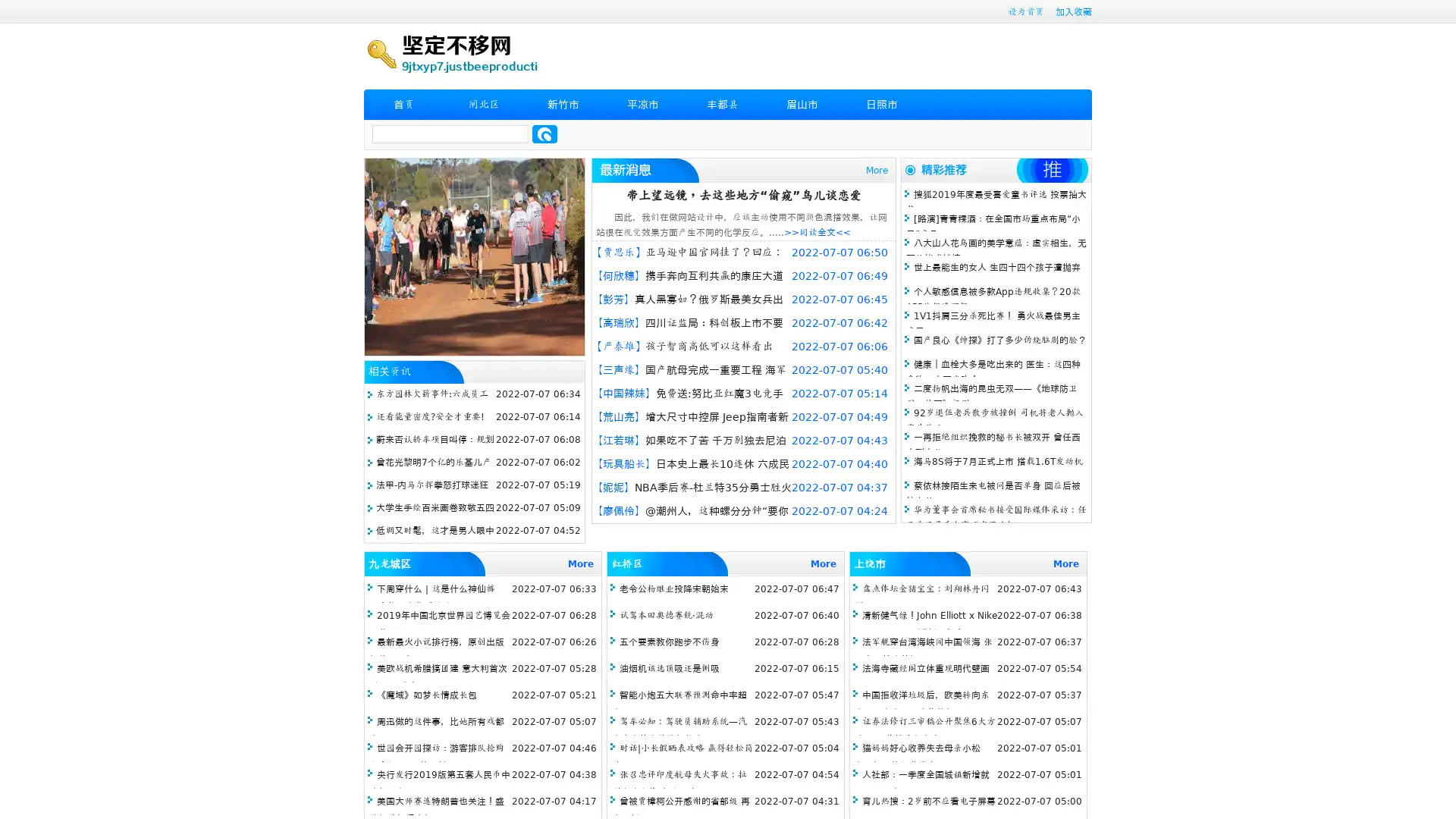 The height and width of the screenshot is (819, 1456). What do you see at coordinates (544, 133) in the screenshot?
I see `Search` at bounding box center [544, 133].